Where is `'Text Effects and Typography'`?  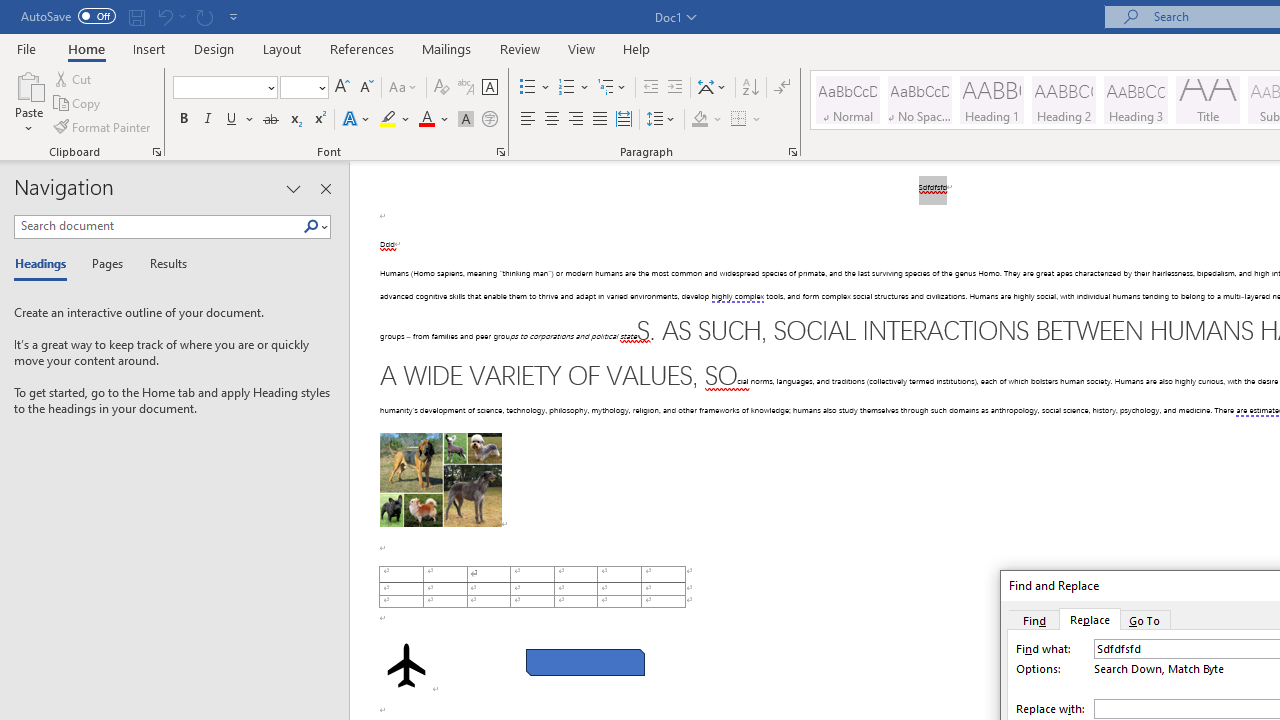 'Text Effects and Typography' is located at coordinates (357, 119).